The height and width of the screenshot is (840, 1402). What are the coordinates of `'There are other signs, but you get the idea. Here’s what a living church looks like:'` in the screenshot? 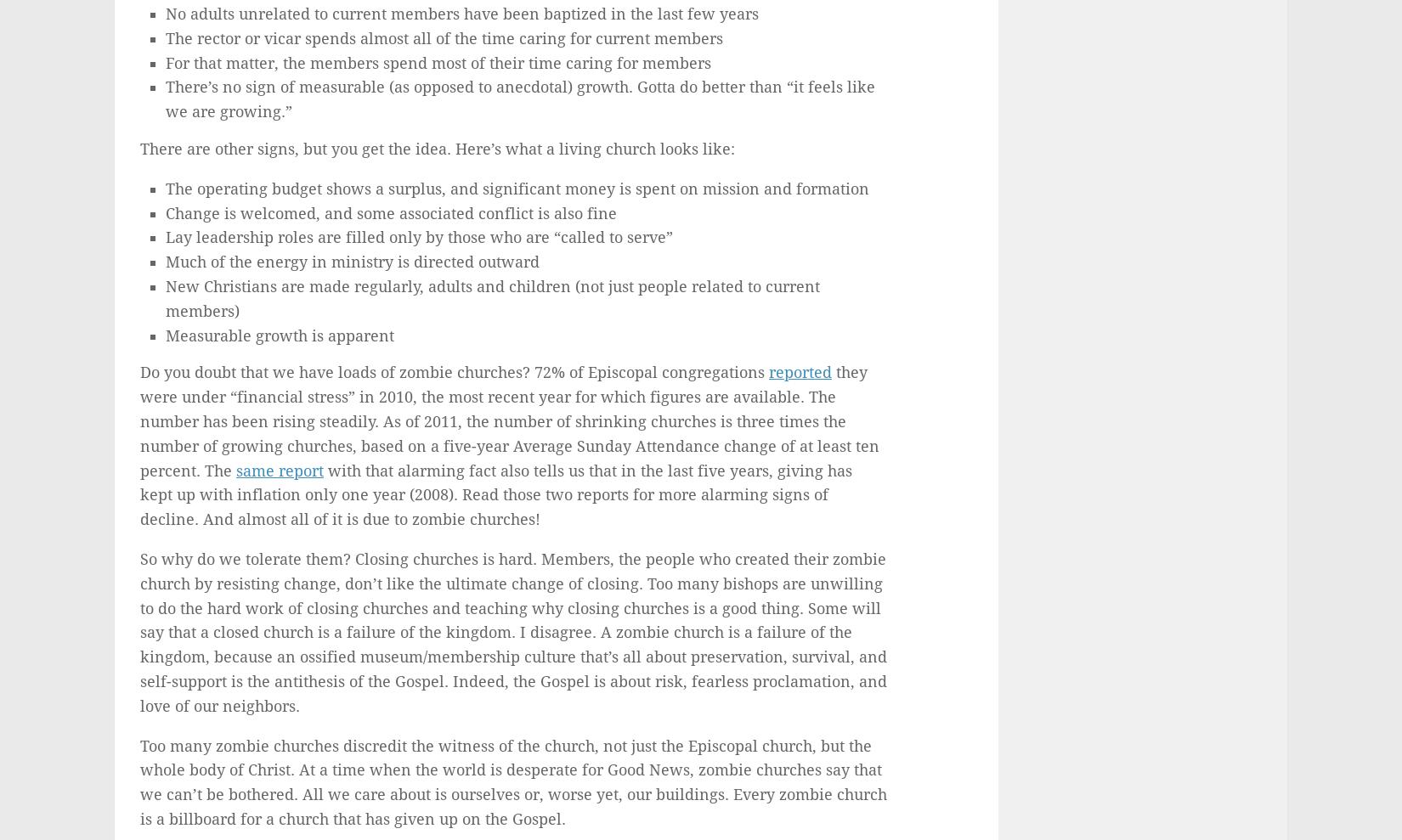 It's located at (436, 149).